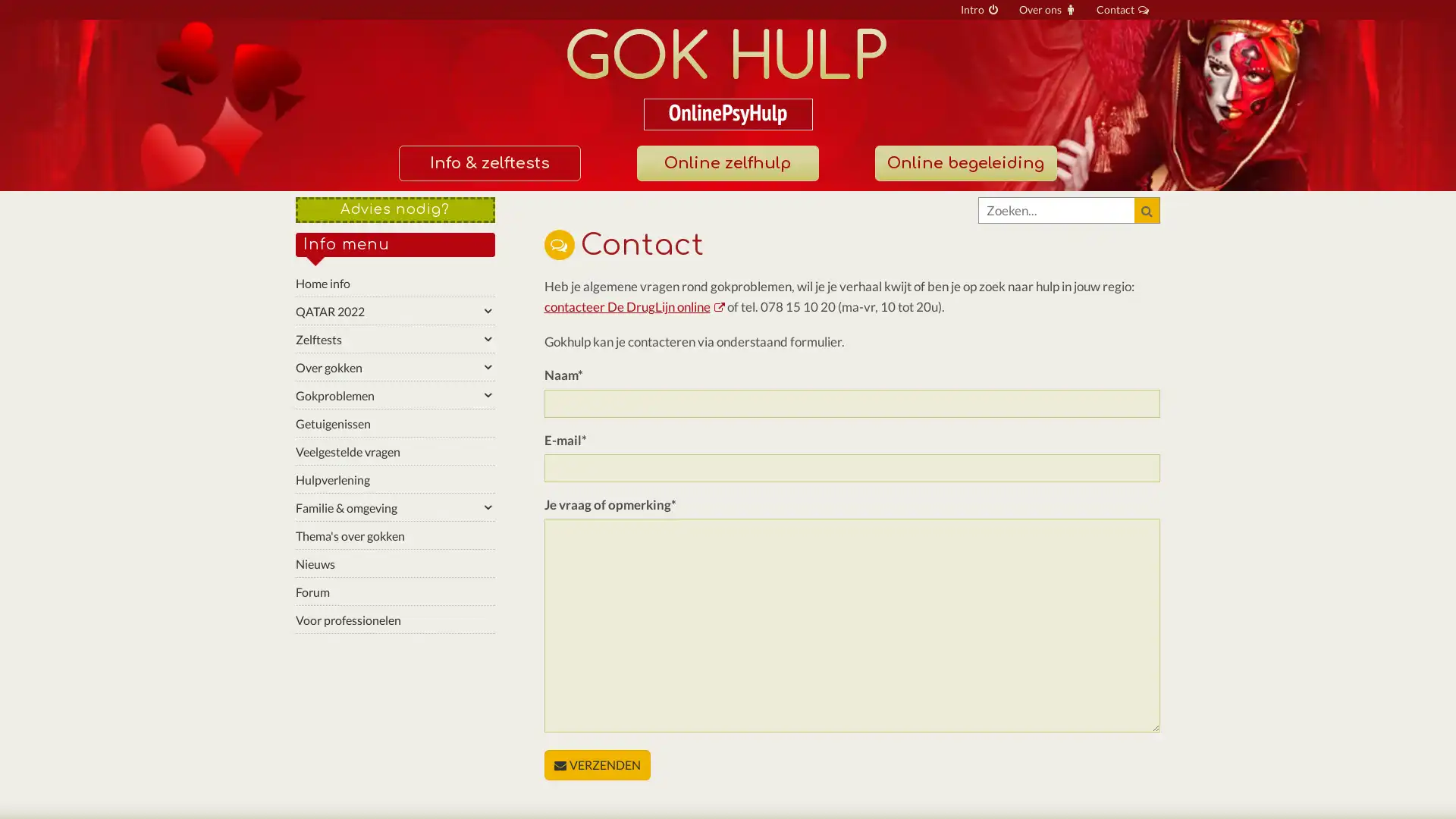  I want to click on Info & zelftests, so click(488, 163).